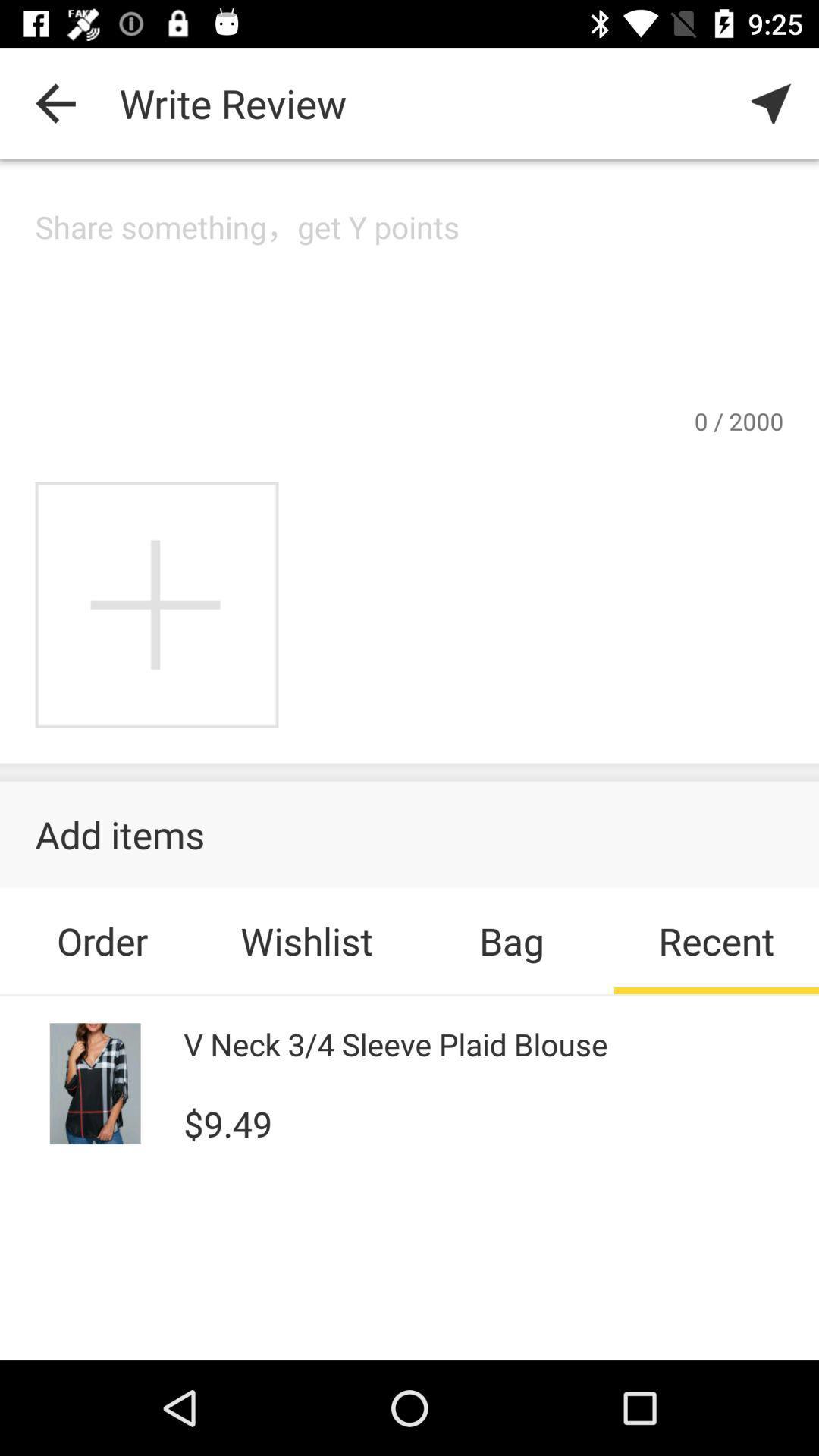 The width and height of the screenshot is (819, 1456). Describe the element at coordinates (227, 1122) in the screenshot. I see `$9.49` at that location.